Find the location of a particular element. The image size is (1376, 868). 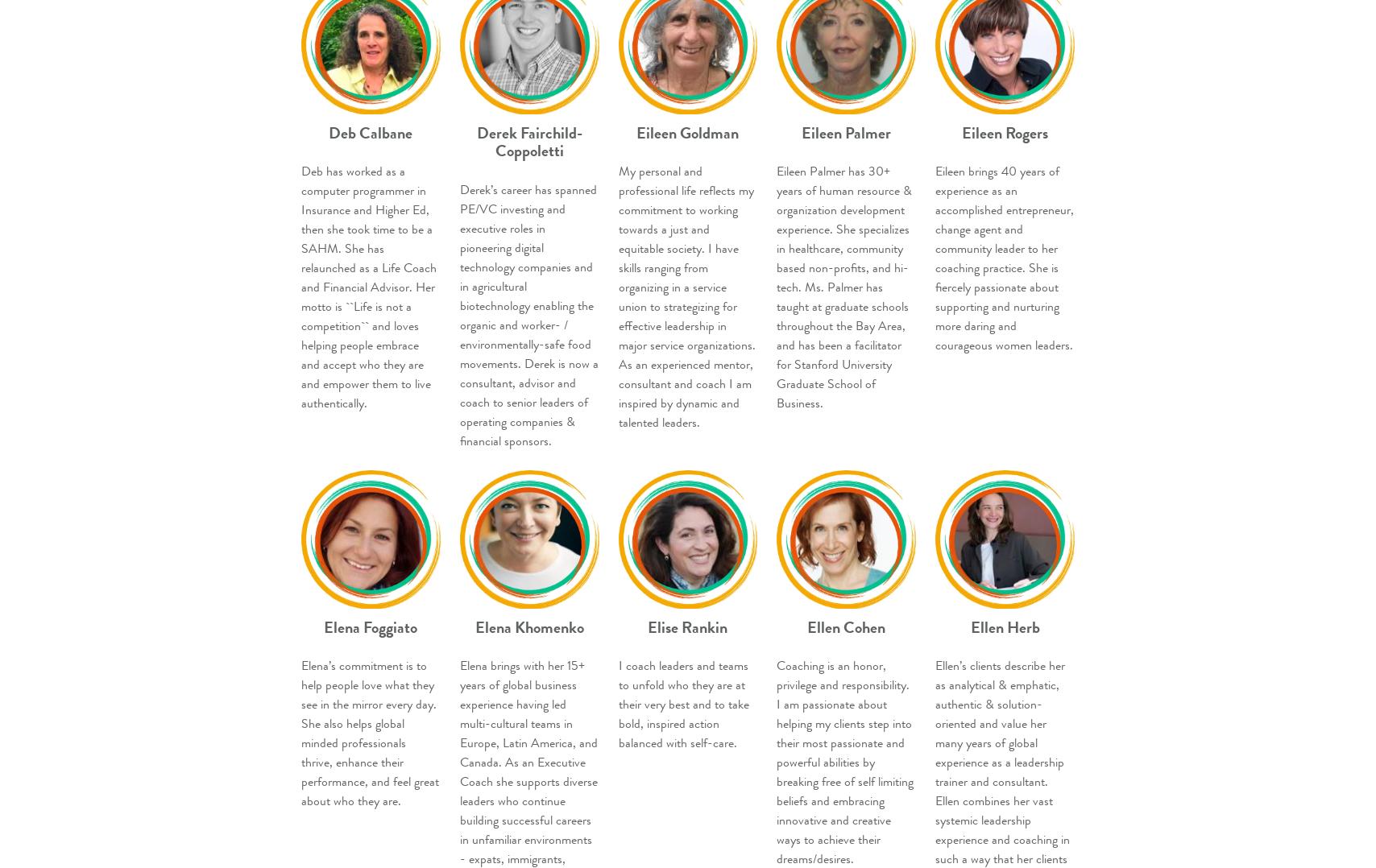

'Eileen Palmer has 30+ years of human resource & organization development experience. She specializes in healthcare, community based non-profits, and hi-tech. Ms. Palmer has taught at graduate schools throughout the Bay Area, and has been a facilitator for Stanford University Graduate School of Business.' is located at coordinates (844, 287).